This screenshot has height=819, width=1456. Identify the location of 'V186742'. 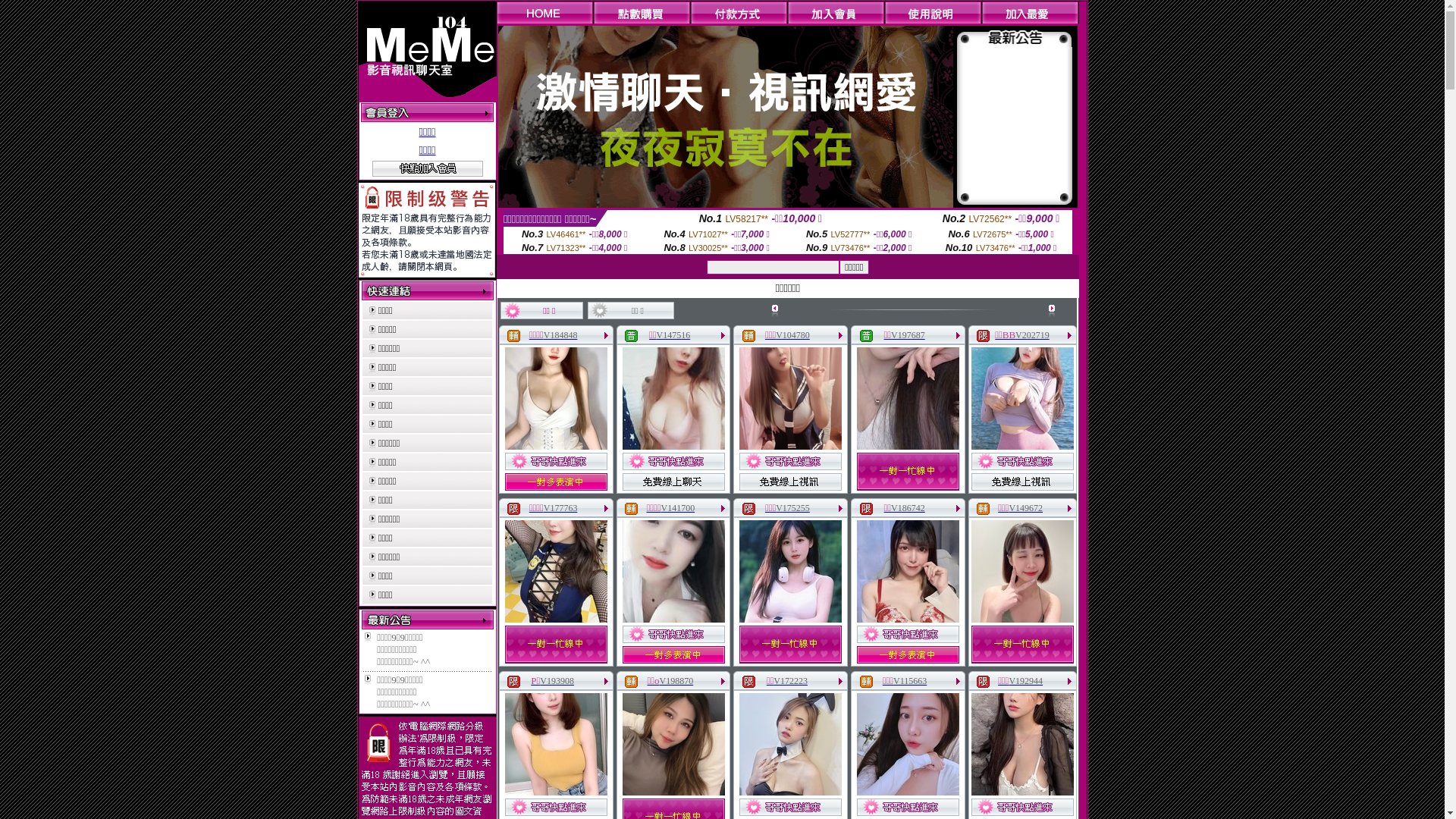
(891, 508).